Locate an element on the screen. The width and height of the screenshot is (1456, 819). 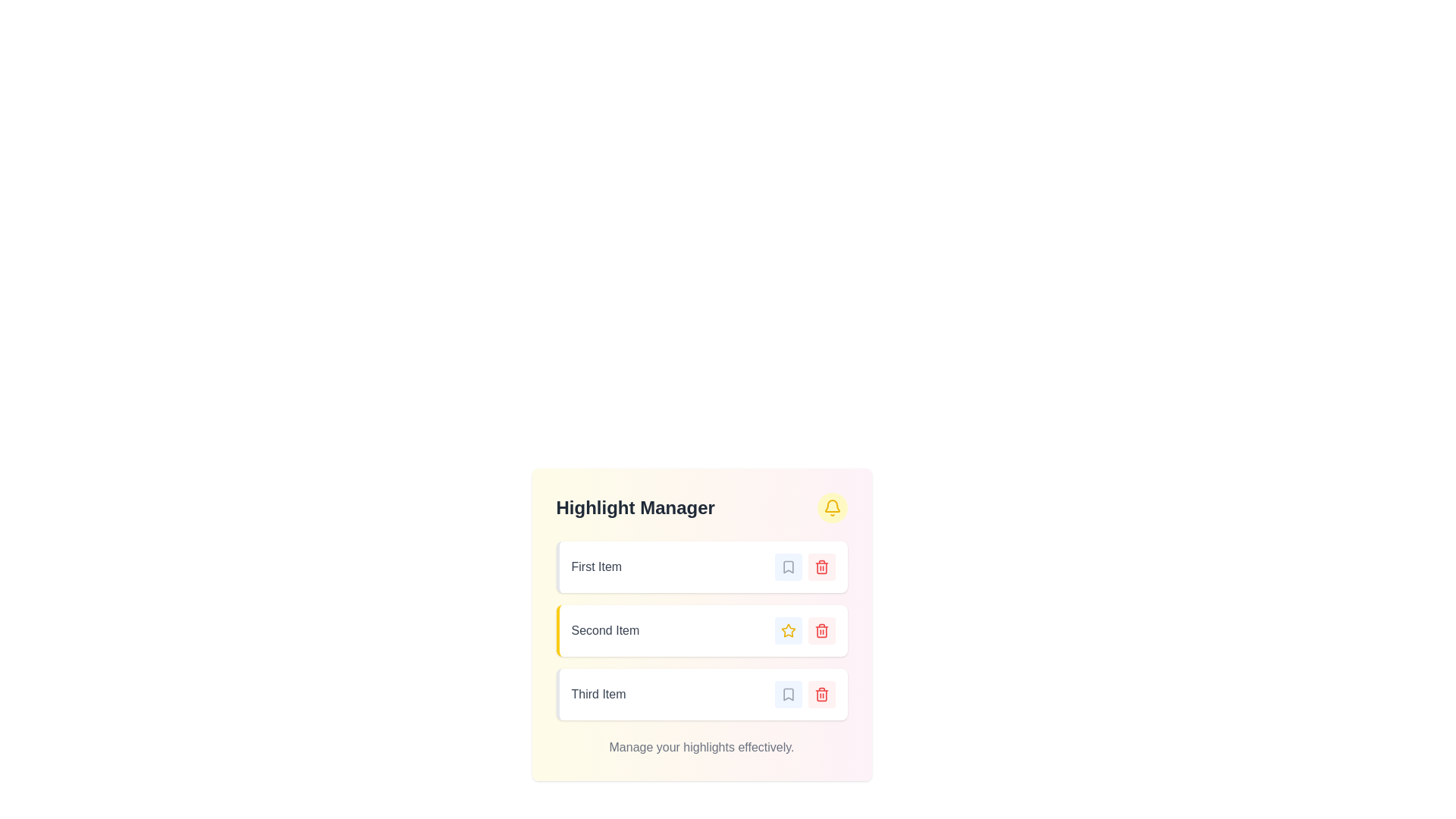
the first item is located at coordinates (701, 567).